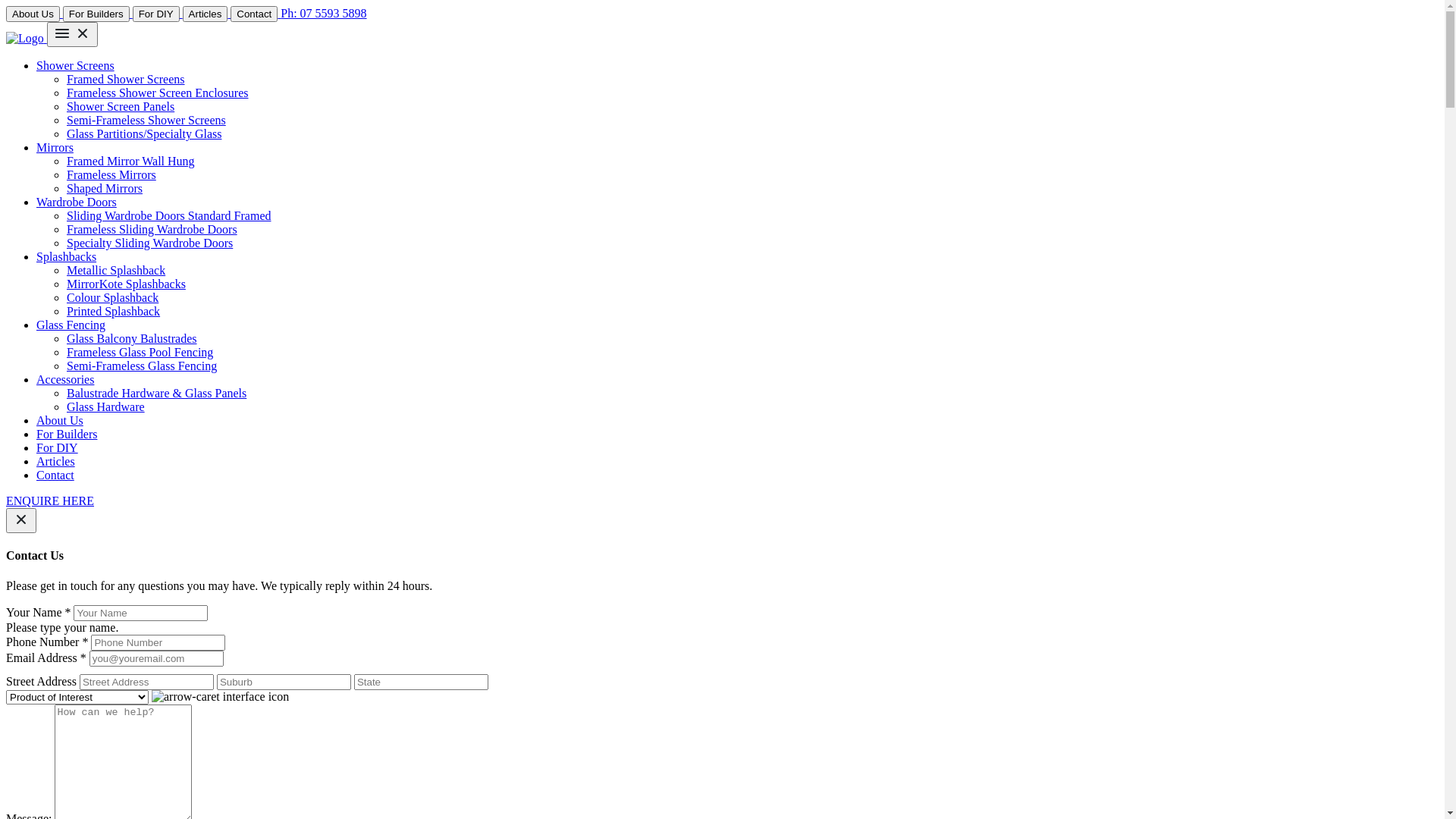 The image size is (1456, 819). I want to click on 'For DIY', so click(57, 447).